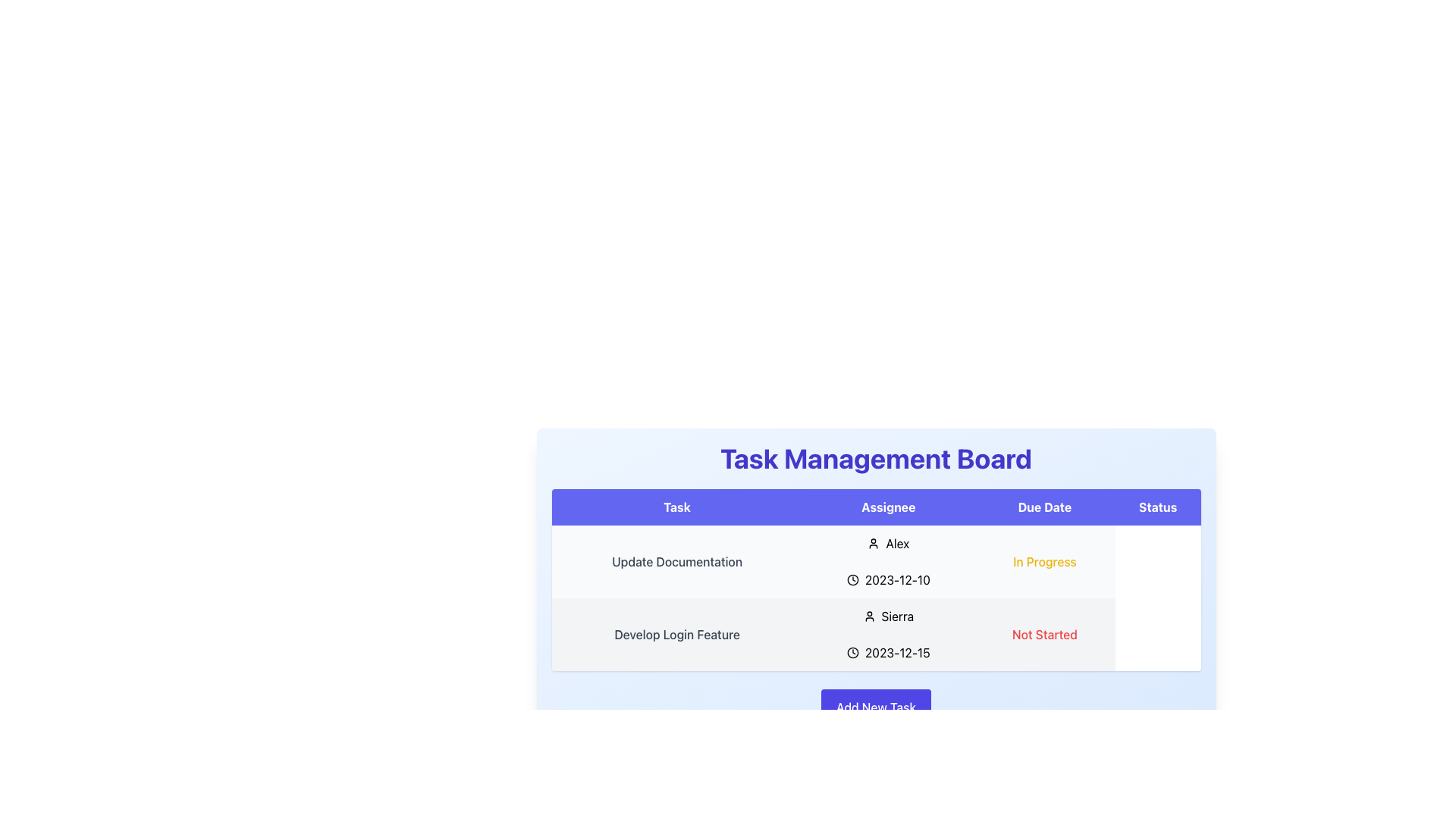  Describe the element at coordinates (676, 561) in the screenshot. I see `the text label that reads 'Update Documentation', which is located in the first column of a multi-column table under the 'Task' header` at that location.